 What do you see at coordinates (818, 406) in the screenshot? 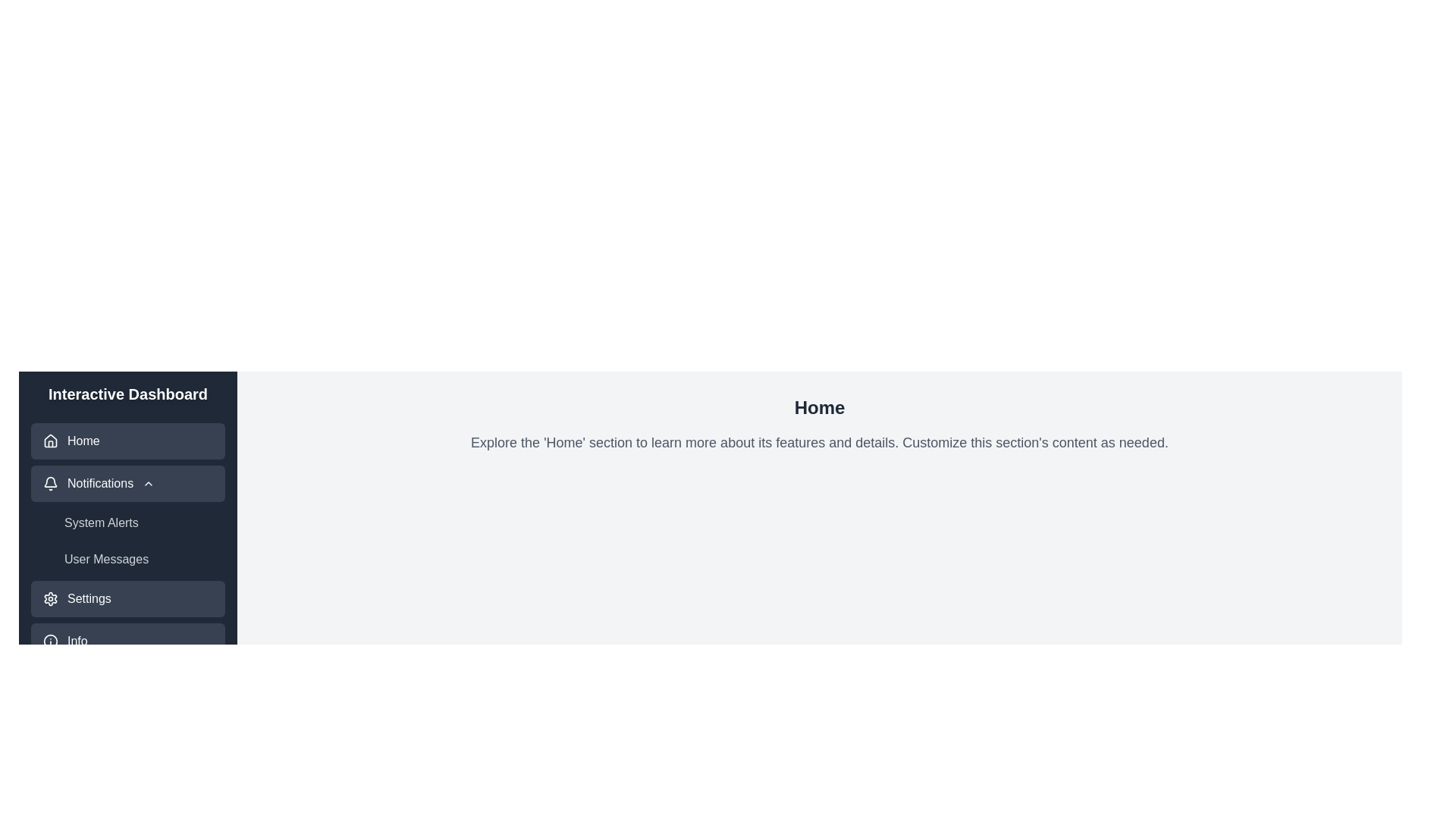
I see `the 'Home' text element, which is displayed in a large, bold gray-black font and is positioned as a header above the descriptive text` at bounding box center [818, 406].